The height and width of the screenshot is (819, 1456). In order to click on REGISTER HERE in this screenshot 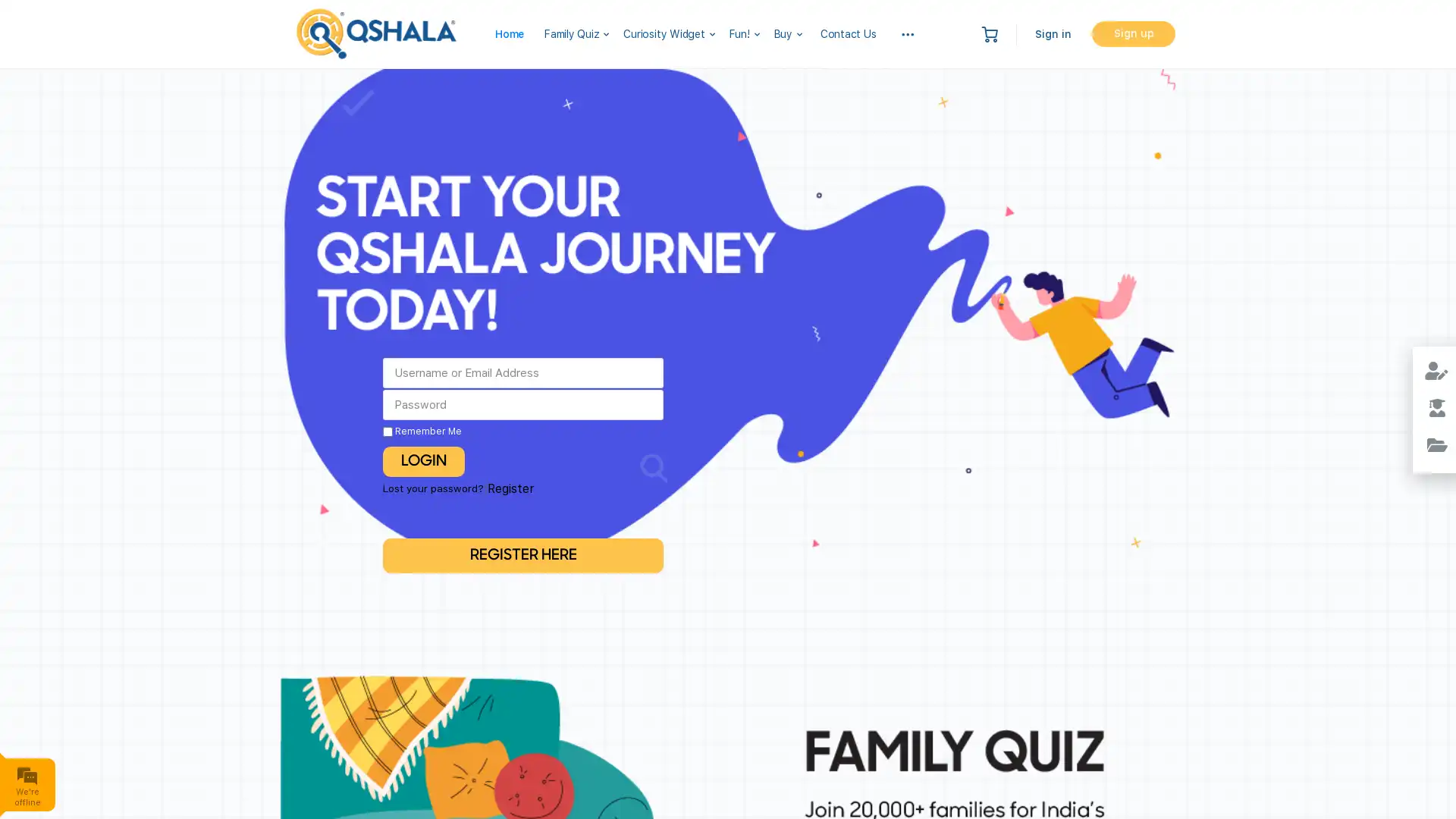, I will do `click(523, 555)`.